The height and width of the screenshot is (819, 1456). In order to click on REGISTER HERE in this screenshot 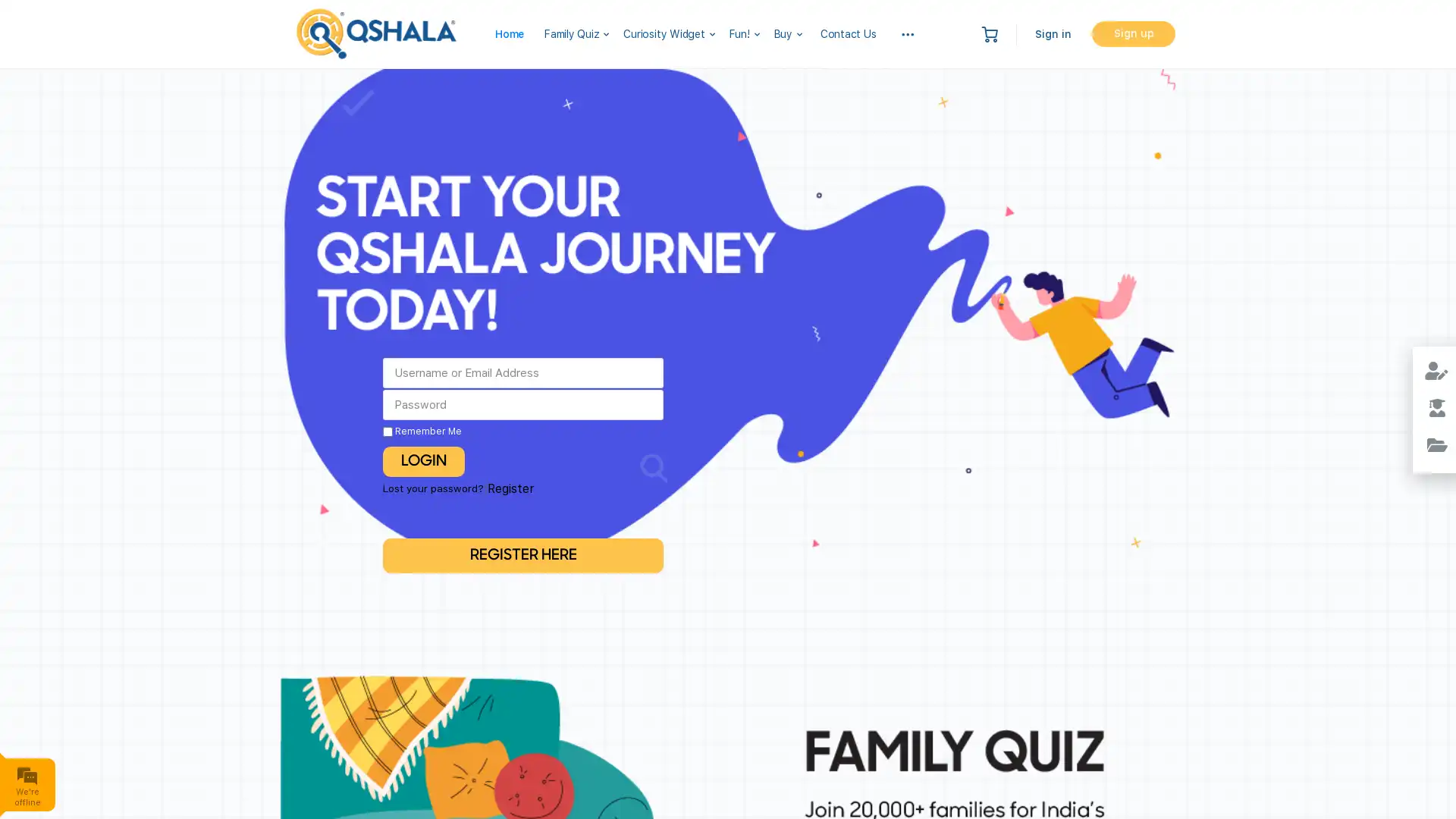, I will do `click(523, 555)`.